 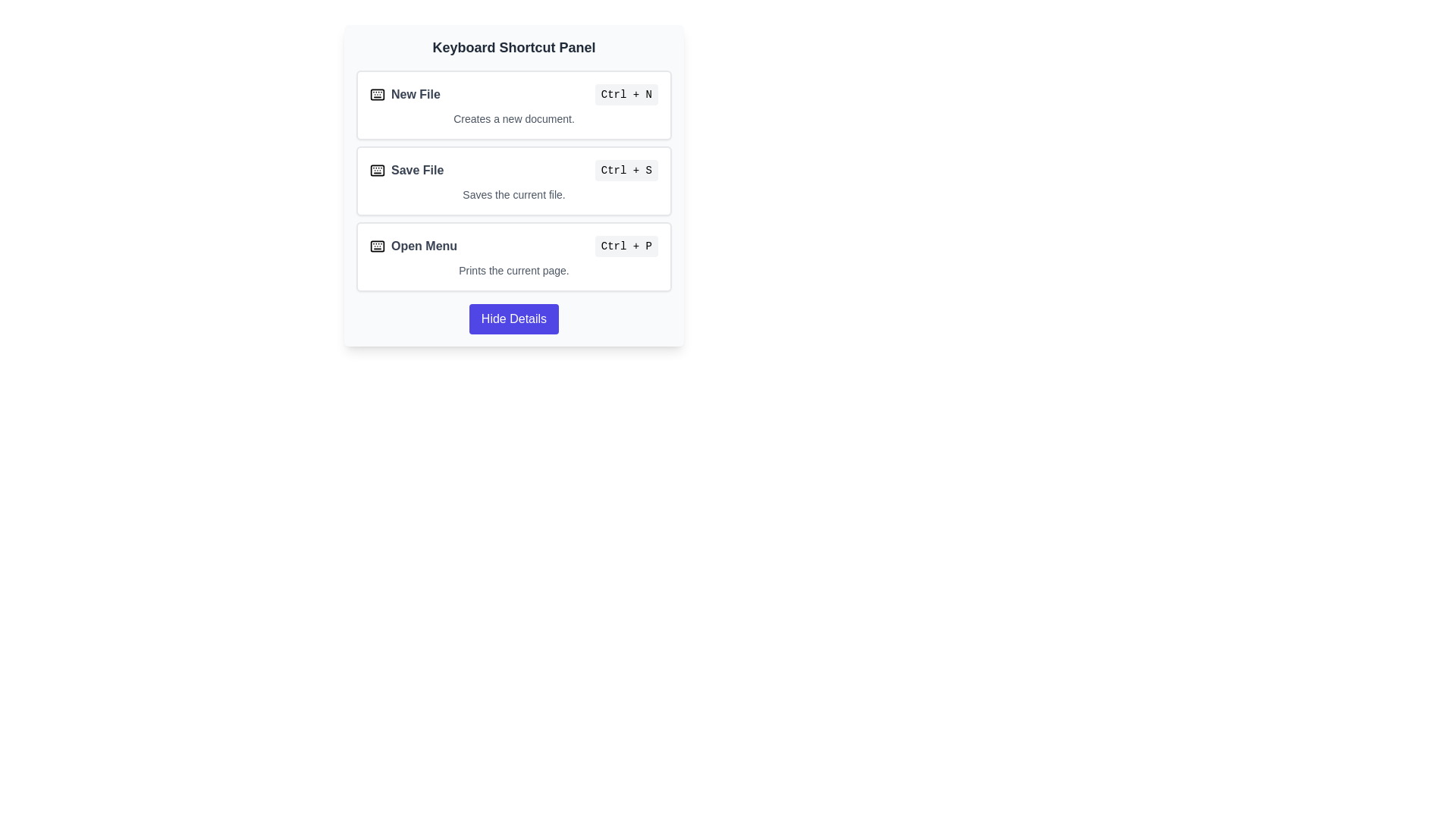 I want to click on the keyboard shortcut icon located next to the 'Save File' text, which is the first item in the vertical list of keyboard shortcut options, so click(x=378, y=170).